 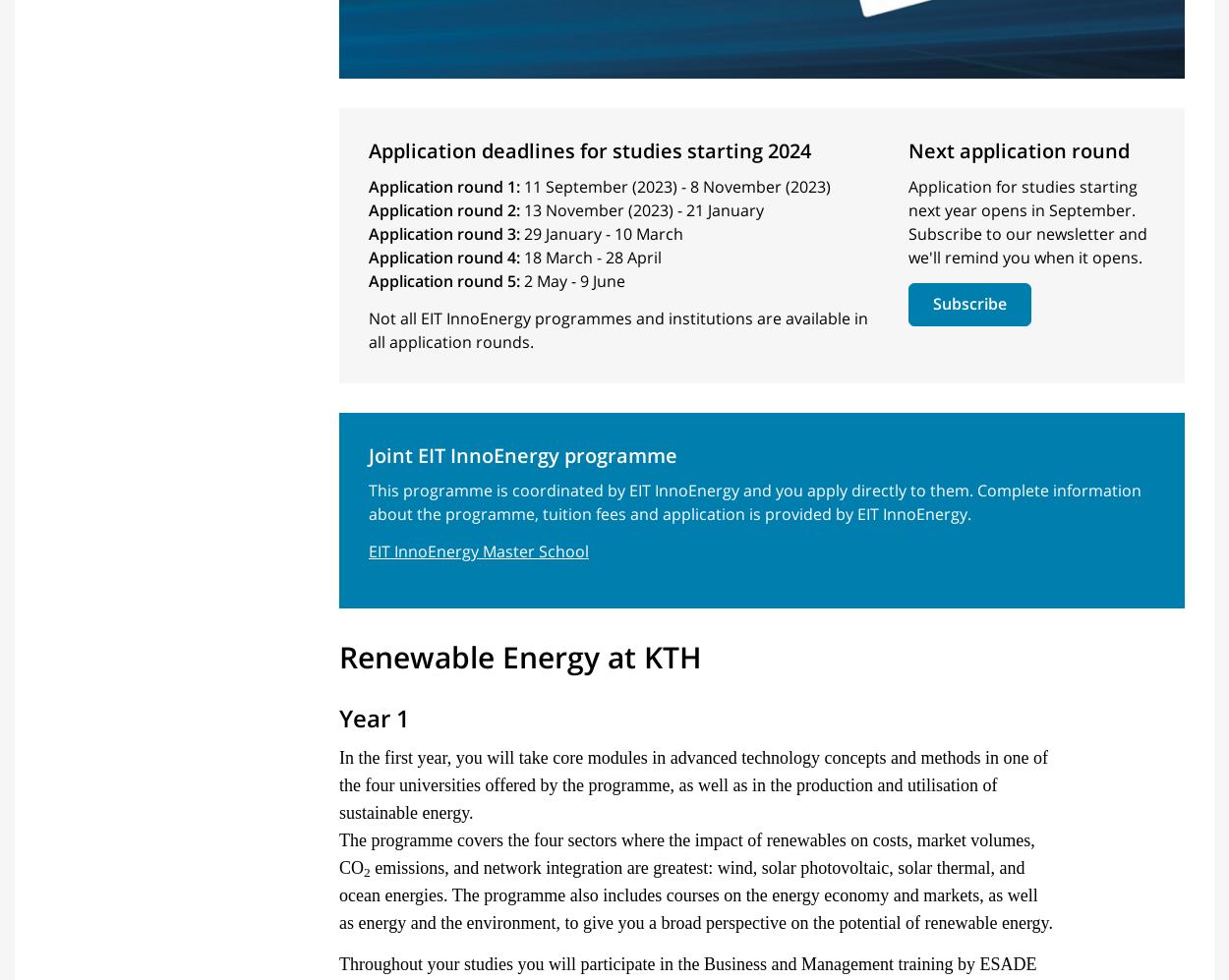 What do you see at coordinates (469, 346) in the screenshot?
I see `': Study at KTH'` at bounding box center [469, 346].